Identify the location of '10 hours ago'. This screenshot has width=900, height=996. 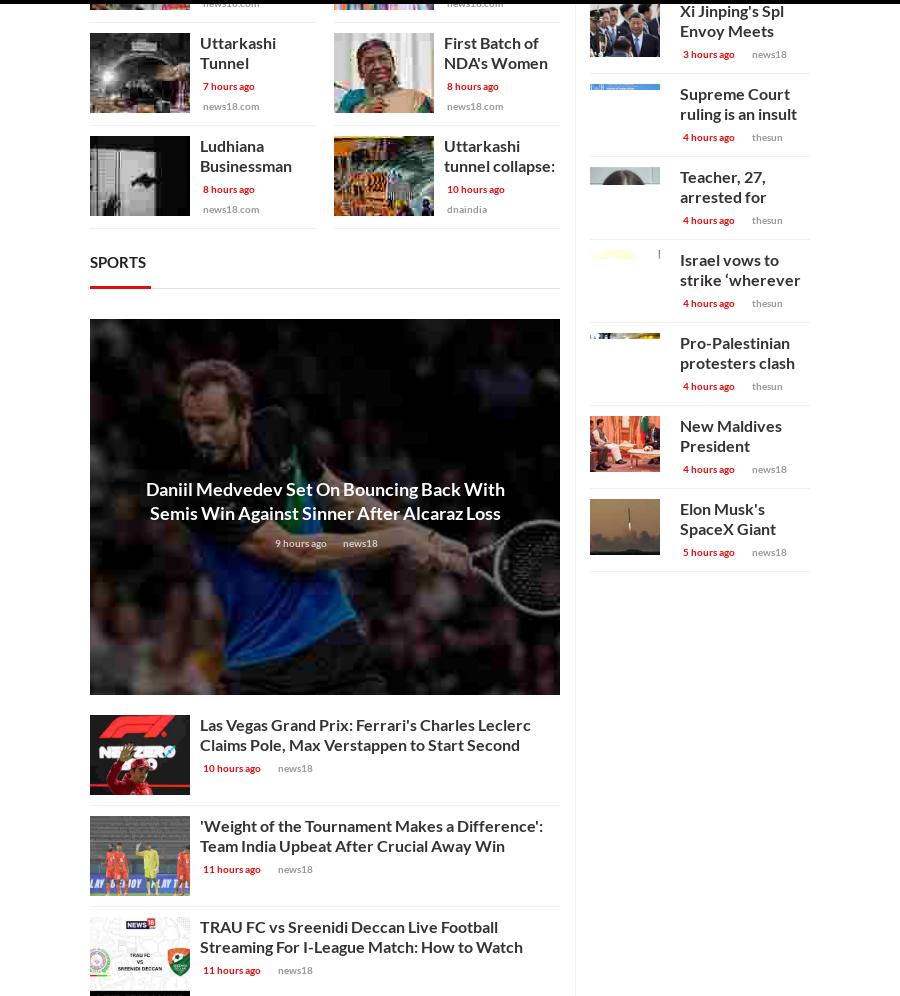
(231, 768).